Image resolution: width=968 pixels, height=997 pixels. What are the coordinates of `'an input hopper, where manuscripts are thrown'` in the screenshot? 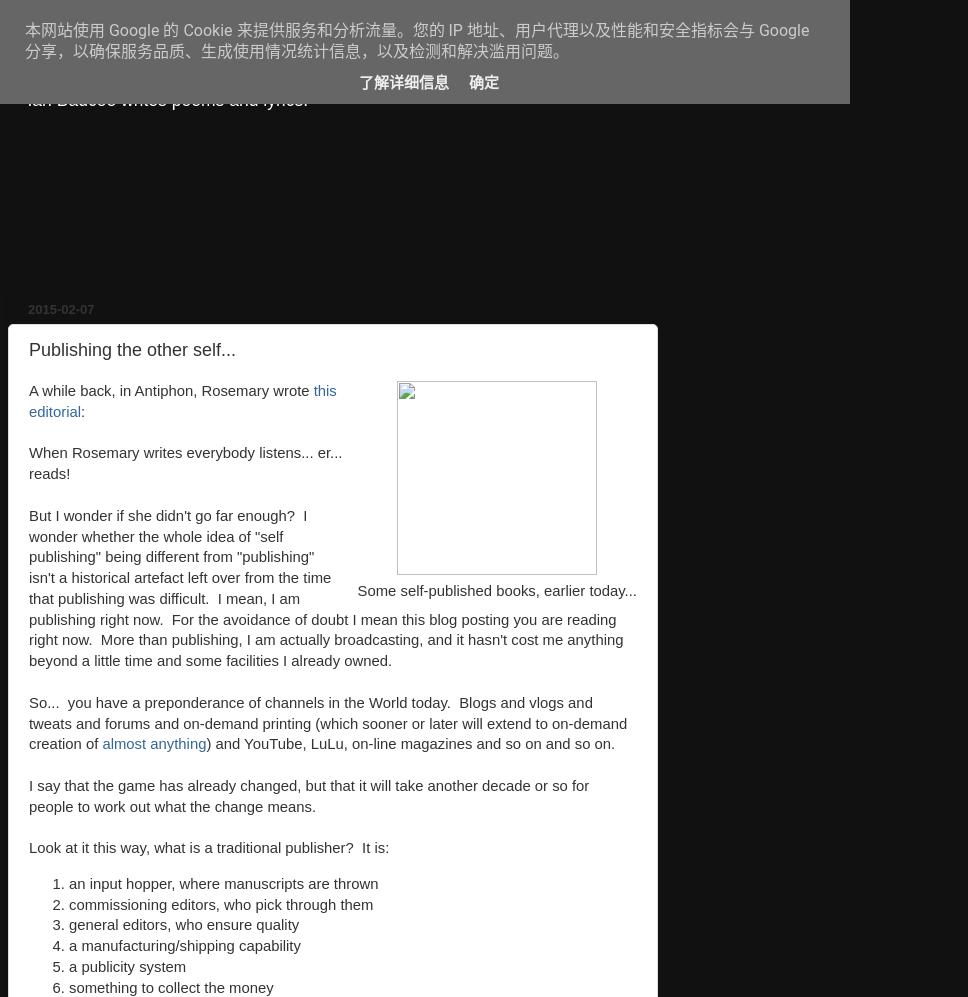 It's located at (222, 882).